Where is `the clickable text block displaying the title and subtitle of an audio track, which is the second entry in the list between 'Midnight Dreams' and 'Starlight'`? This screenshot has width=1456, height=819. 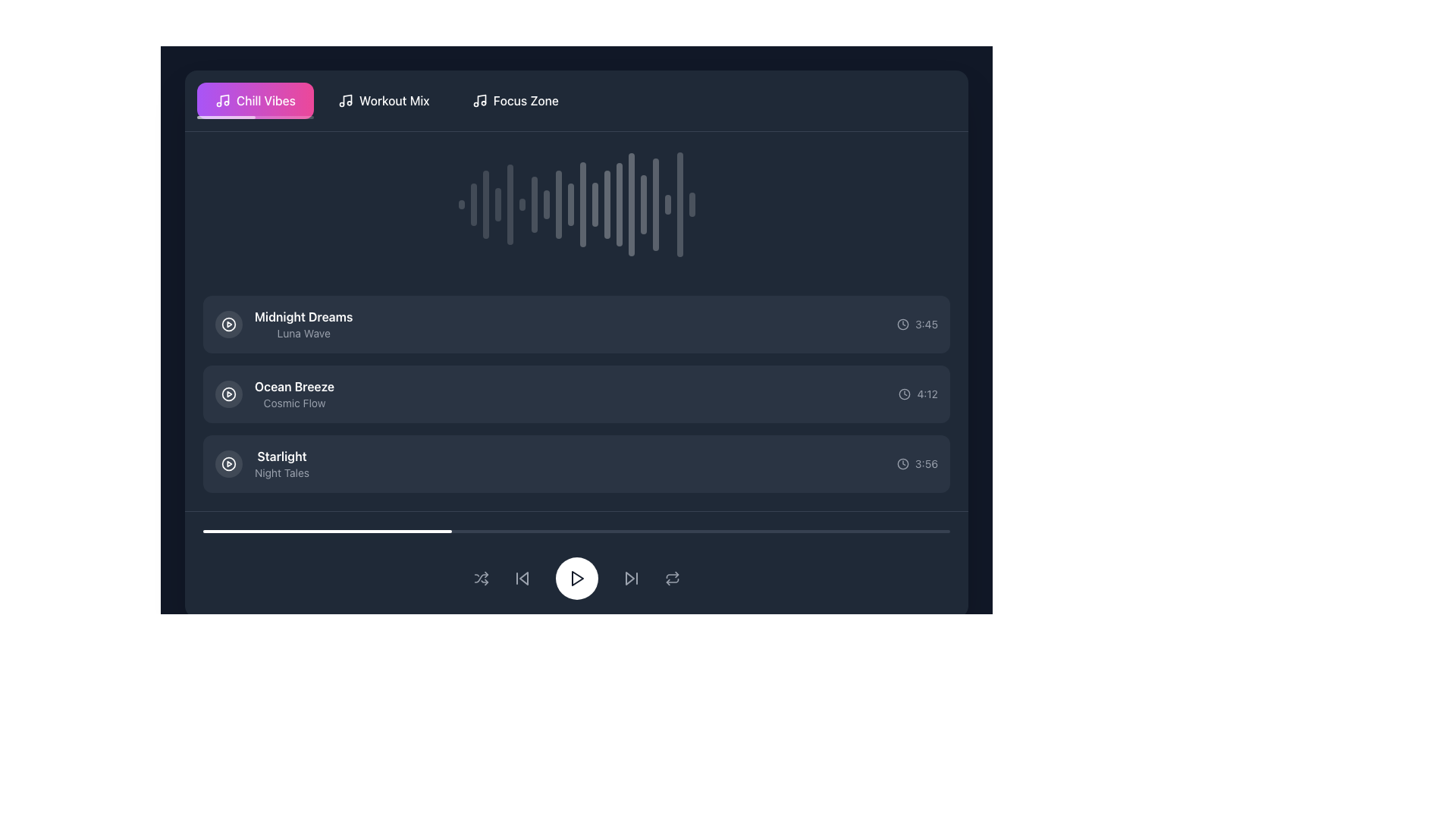
the clickable text block displaying the title and subtitle of an audio track, which is the second entry in the list between 'Midnight Dreams' and 'Starlight' is located at coordinates (294, 394).